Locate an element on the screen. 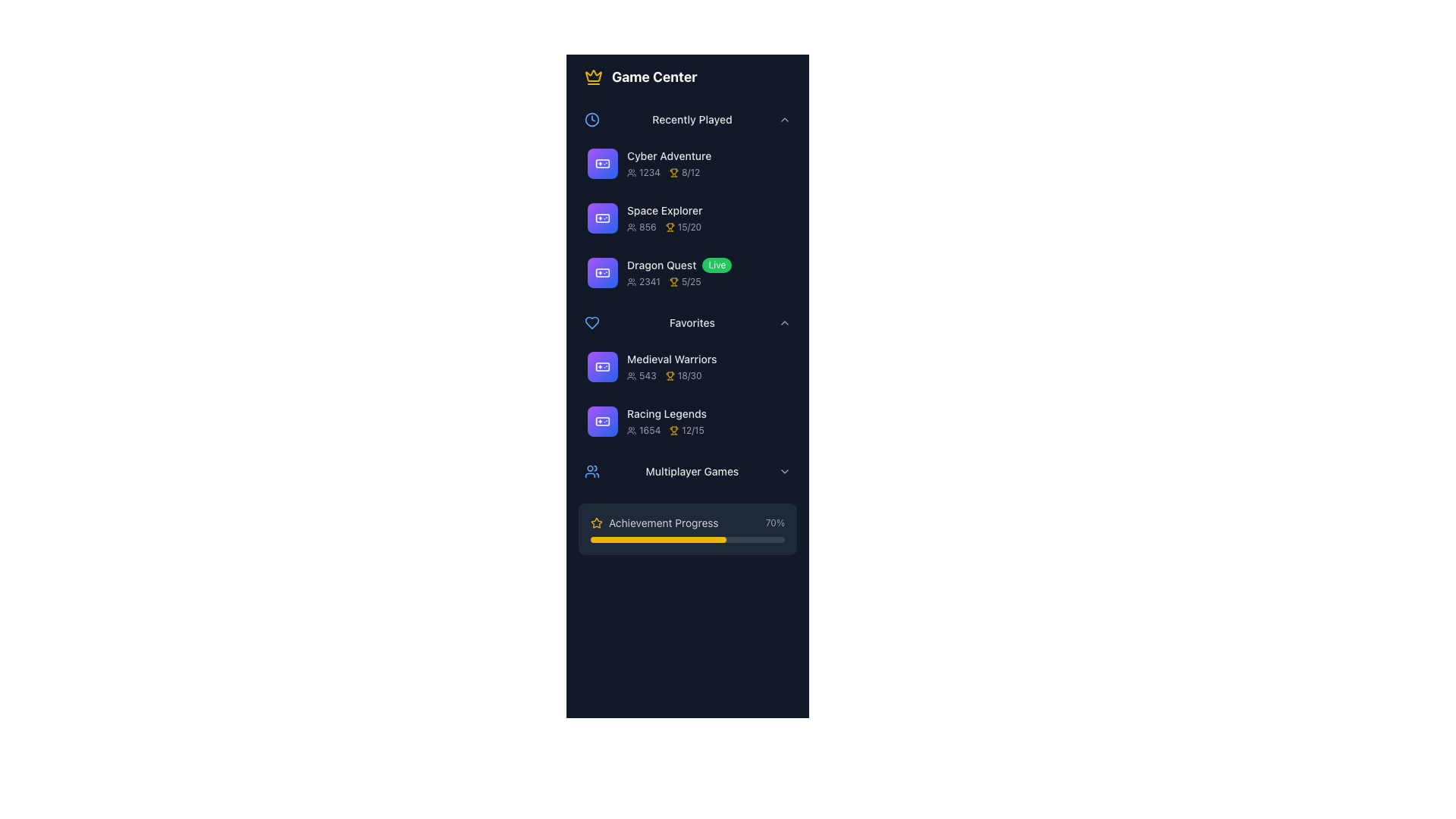 This screenshot has height=819, width=1456. the star icon with a five-pointed design that has yellow outlines and a dark blue background, located in the 'Favorites' section adjacent to a numeric value and game title is located at coordinates (596, 522).